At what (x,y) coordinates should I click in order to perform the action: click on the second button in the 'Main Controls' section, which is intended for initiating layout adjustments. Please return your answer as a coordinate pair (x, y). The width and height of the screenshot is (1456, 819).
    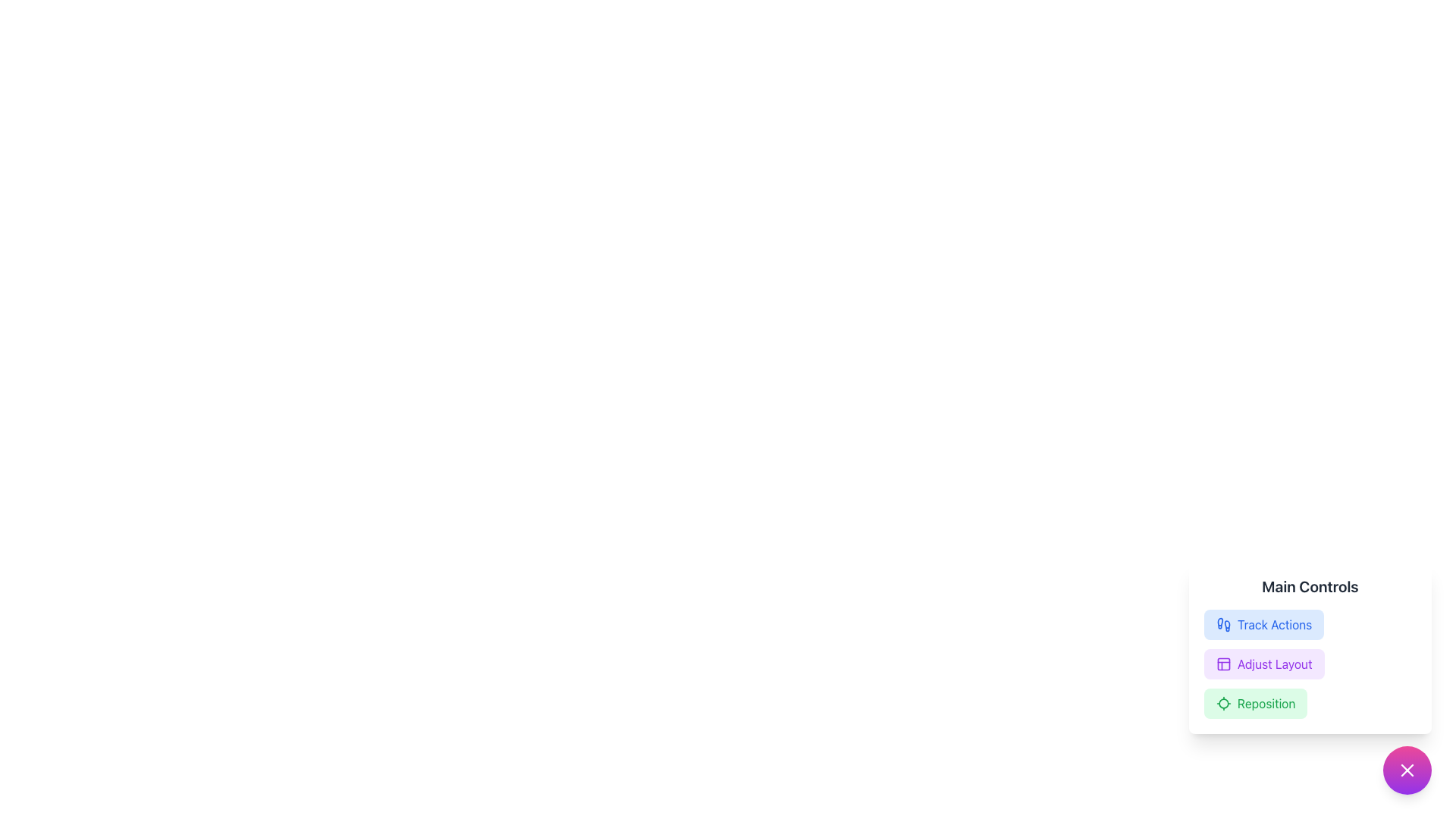
    Looking at the image, I should click on (1264, 663).